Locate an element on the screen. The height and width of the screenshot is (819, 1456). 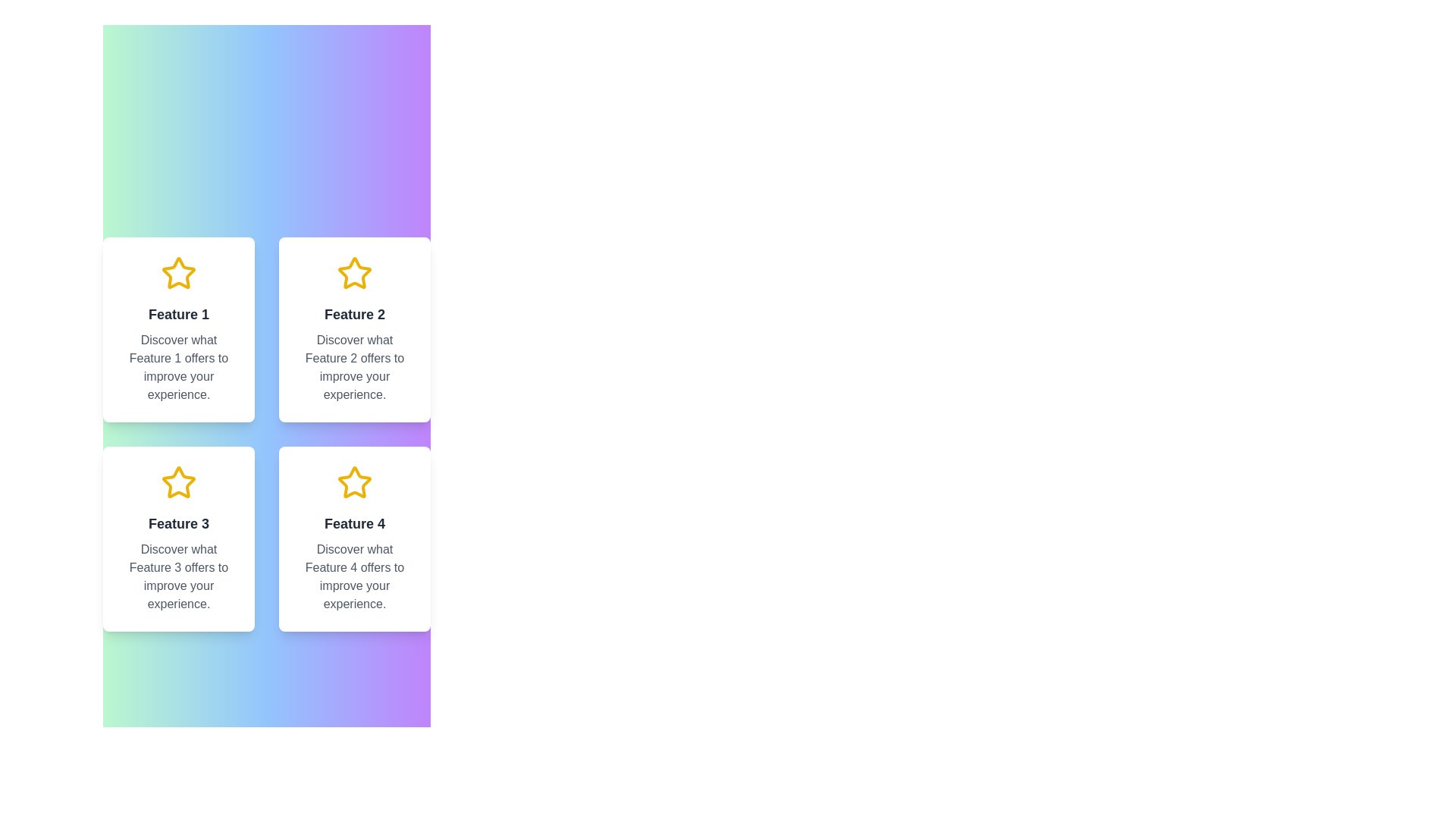
content within the Informational card titled 'Feature 4', which contains a yellow star icon, a bold title in dark gray, and descriptive text in lighter gray is located at coordinates (353, 538).